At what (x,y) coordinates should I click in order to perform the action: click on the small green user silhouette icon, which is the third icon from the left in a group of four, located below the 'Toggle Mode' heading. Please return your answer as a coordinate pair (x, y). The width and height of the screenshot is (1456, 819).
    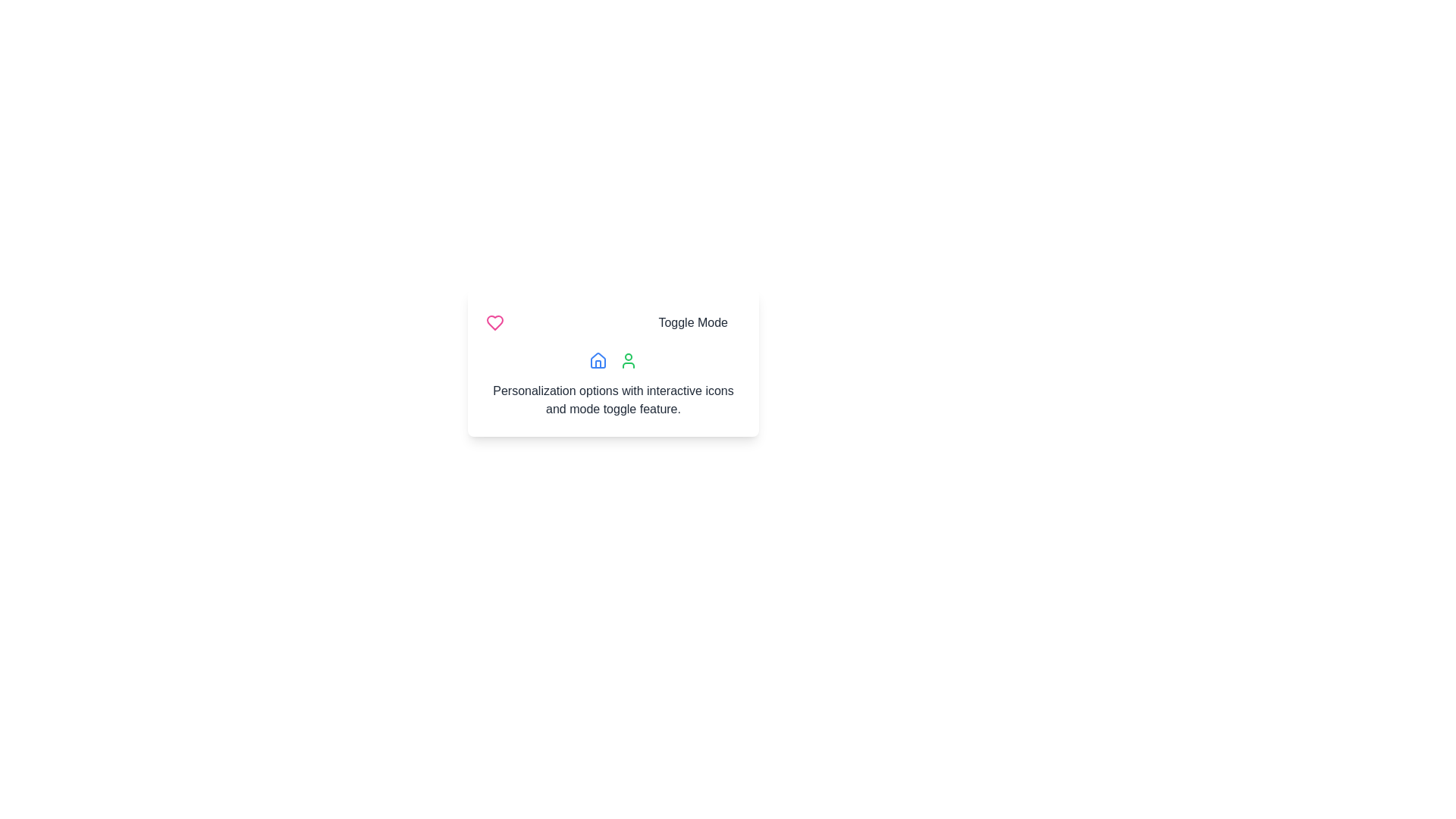
    Looking at the image, I should click on (629, 359).